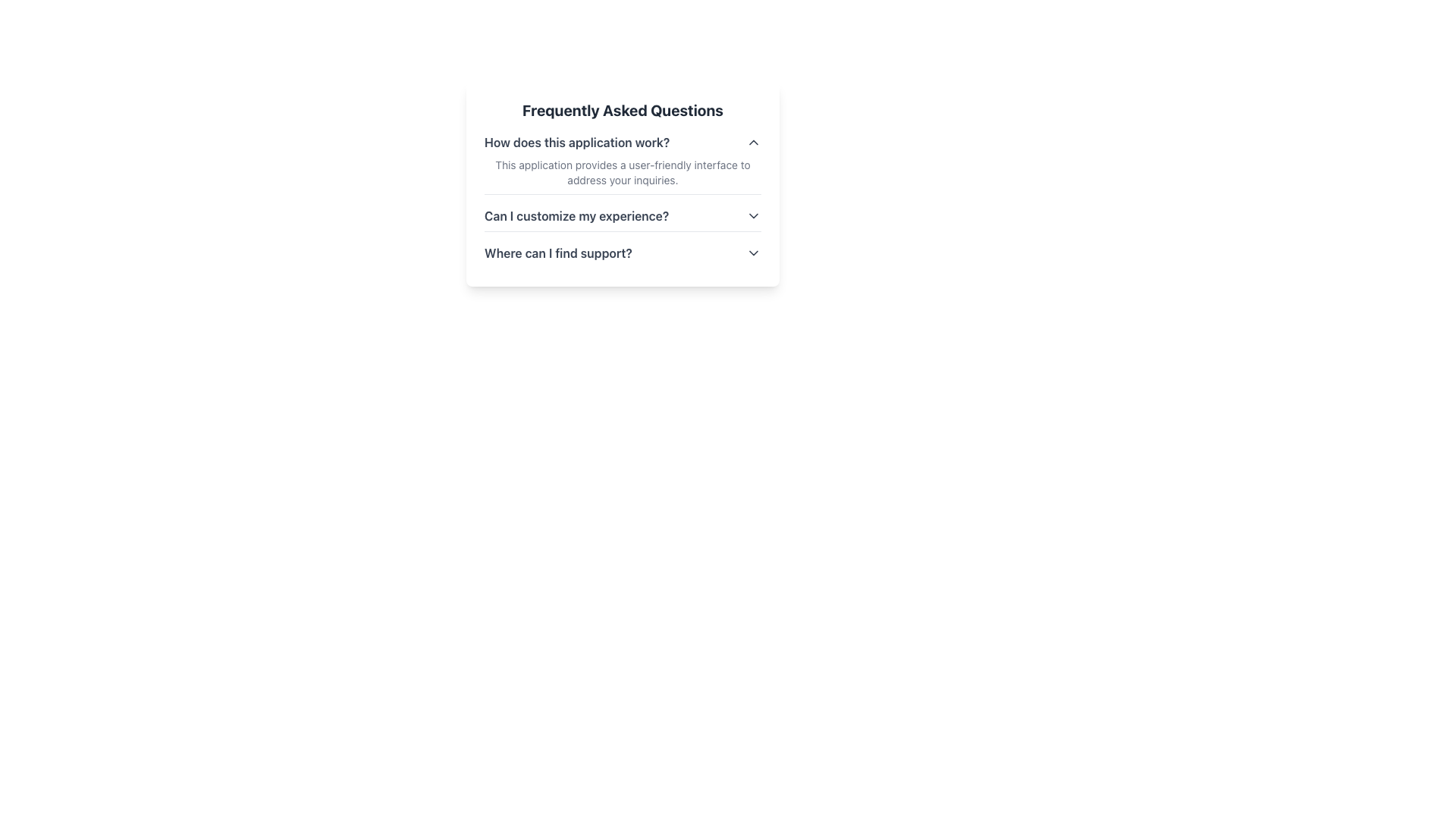 This screenshot has width=1456, height=819. Describe the element at coordinates (623, 219) in the screenshot. I see `the Collapsible section header that asks 'Can I customize my experience?' to change its visual styling` at that location.